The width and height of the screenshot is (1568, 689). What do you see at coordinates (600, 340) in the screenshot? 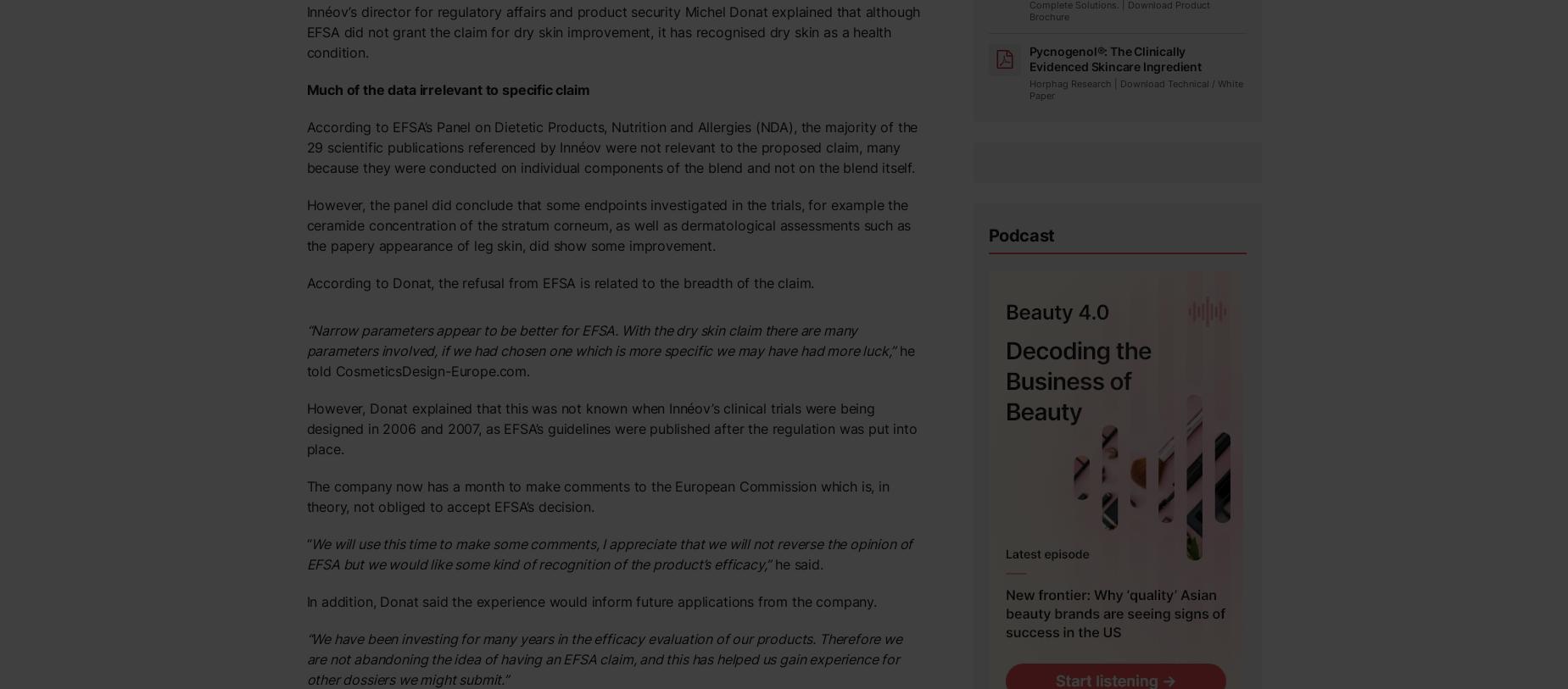
I see `'“Narrow parameters appear to be better for EFSA. With the dry skin claim there are many parameters involved, if we had chosen one which is more specific we may have had more luck,”'` at bounding box center [600, 340].